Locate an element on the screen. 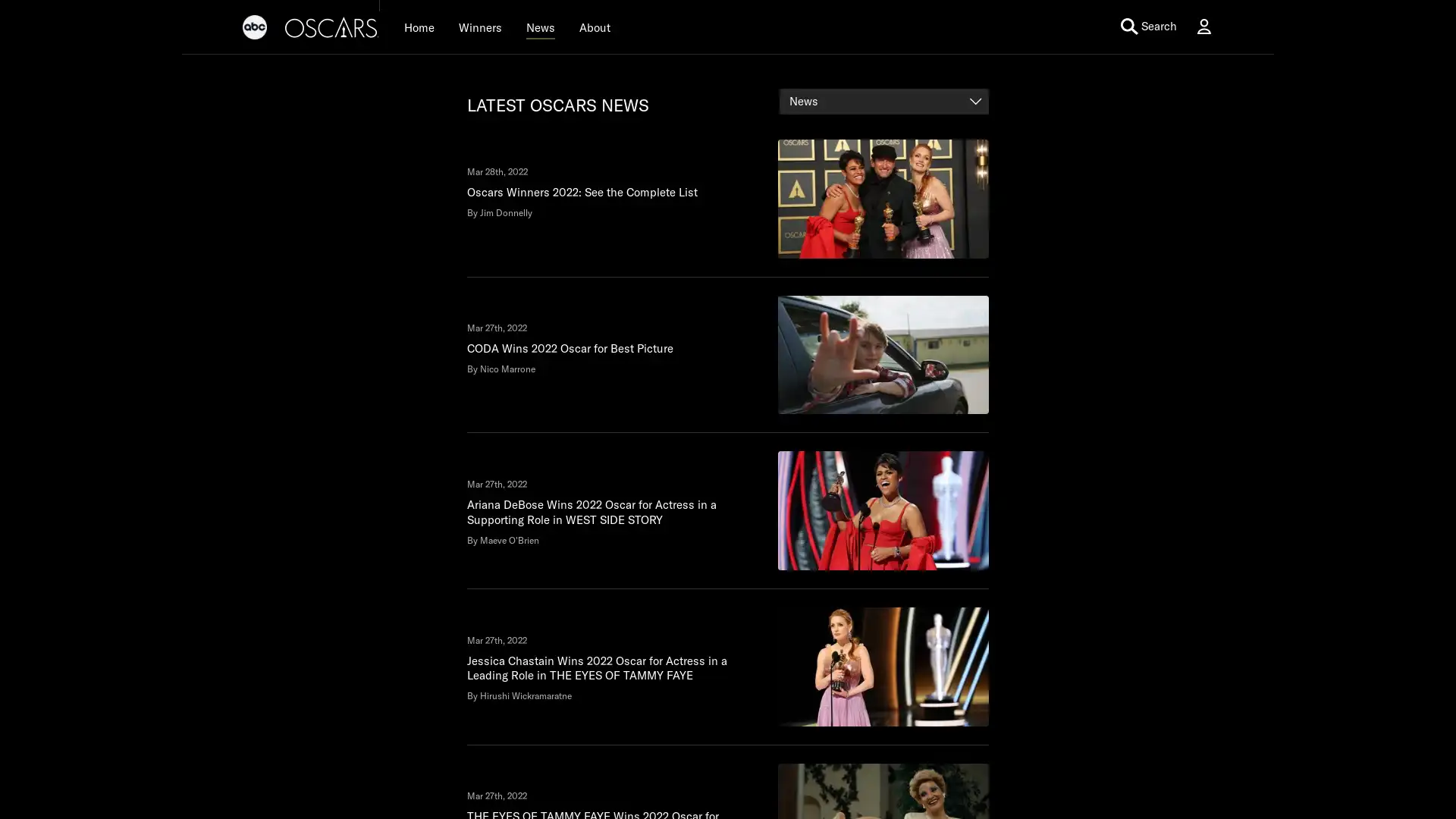 The height and width of the screenshot is (819, 1456). search for a show is located at coordinates (1100, 26).